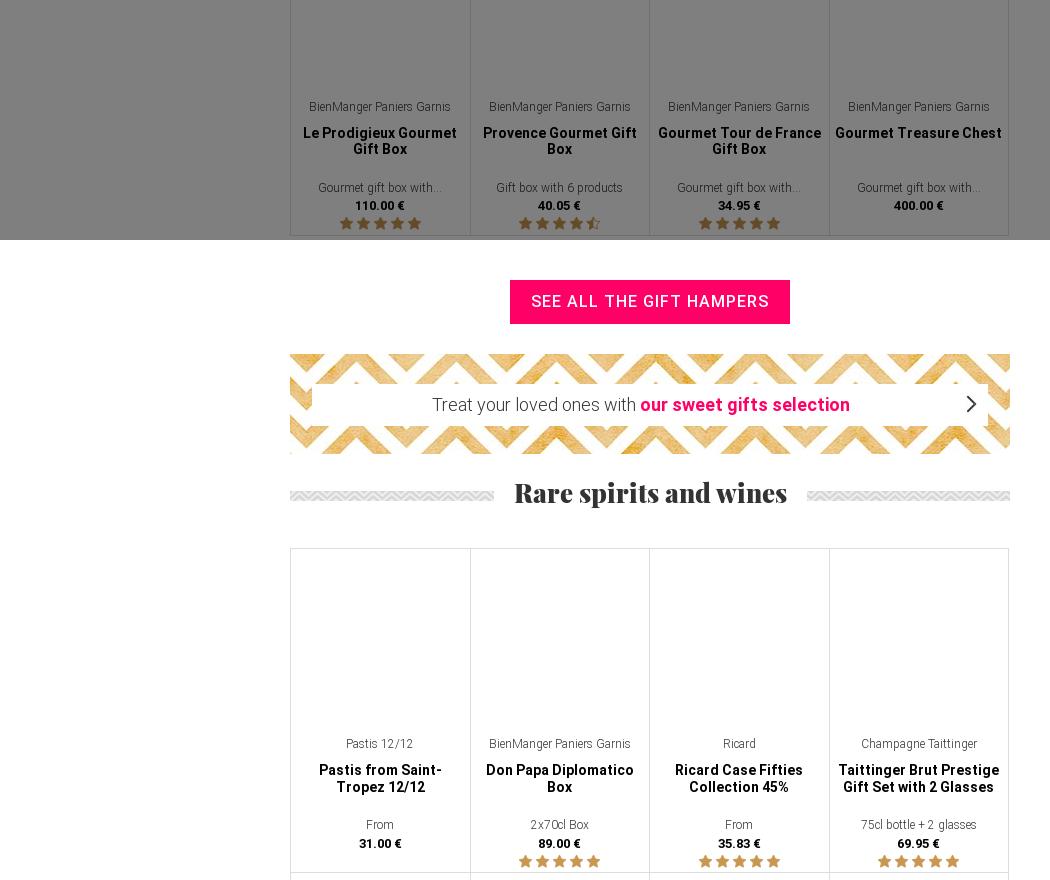 Image resolution: width=1050 pixels, height=880 pixels. I want to click on 'Provence Gourmet Gift Box', so click(559, 140).